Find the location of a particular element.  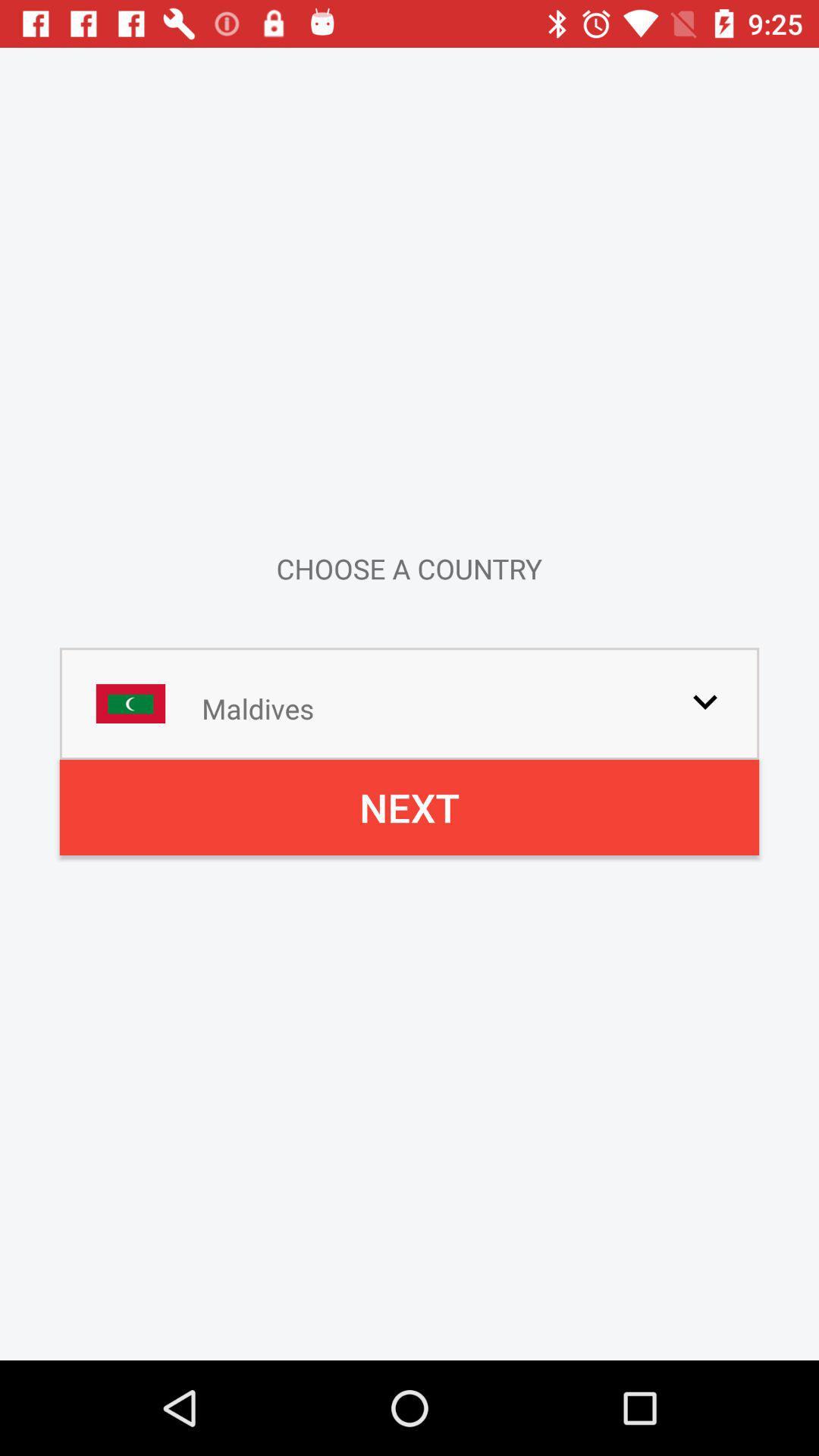

drop down menu is located at coordinates (704, 701).